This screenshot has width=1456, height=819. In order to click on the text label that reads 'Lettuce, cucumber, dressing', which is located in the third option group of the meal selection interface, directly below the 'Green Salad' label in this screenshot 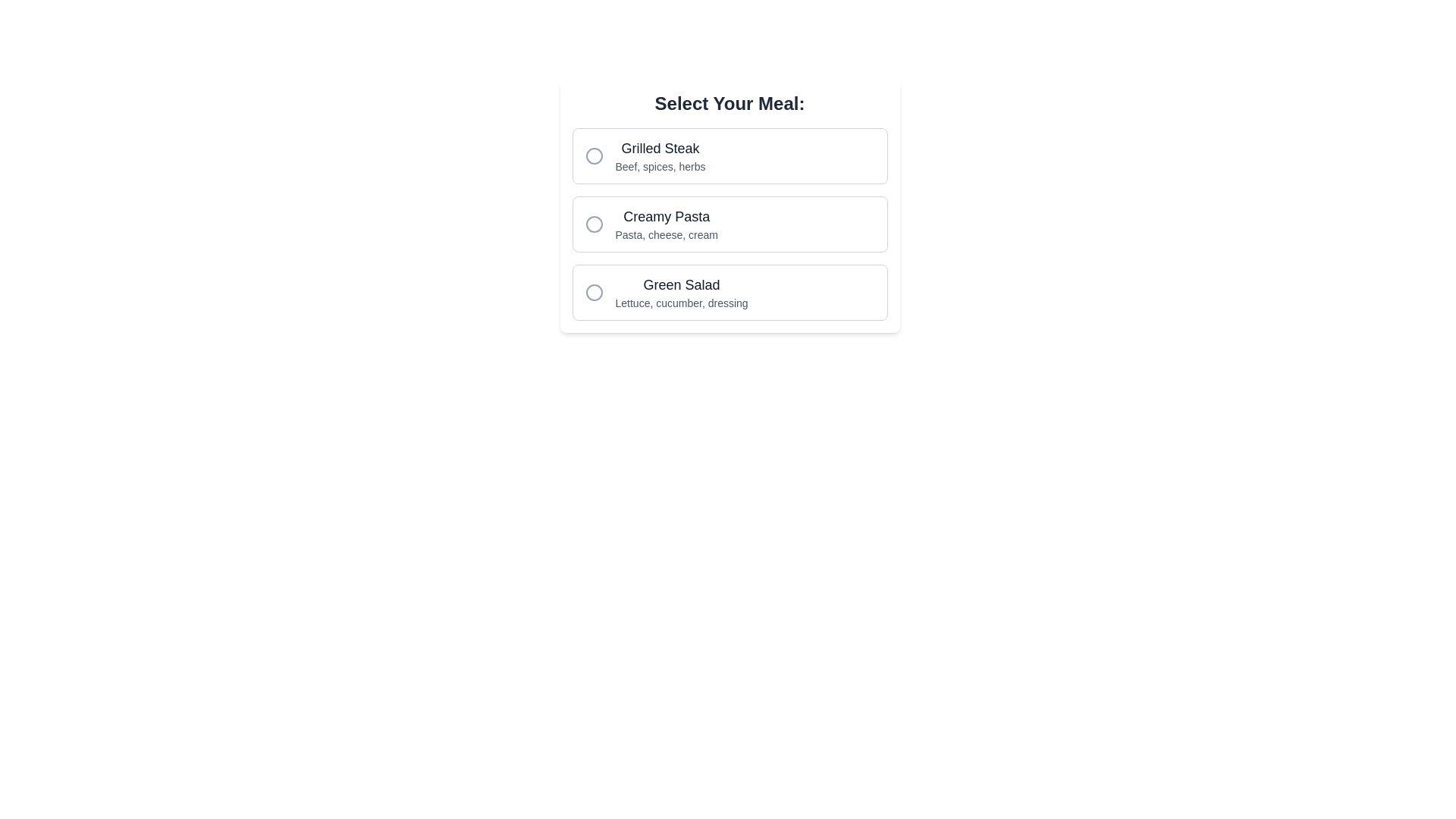, I will do `click(681, 303)`.